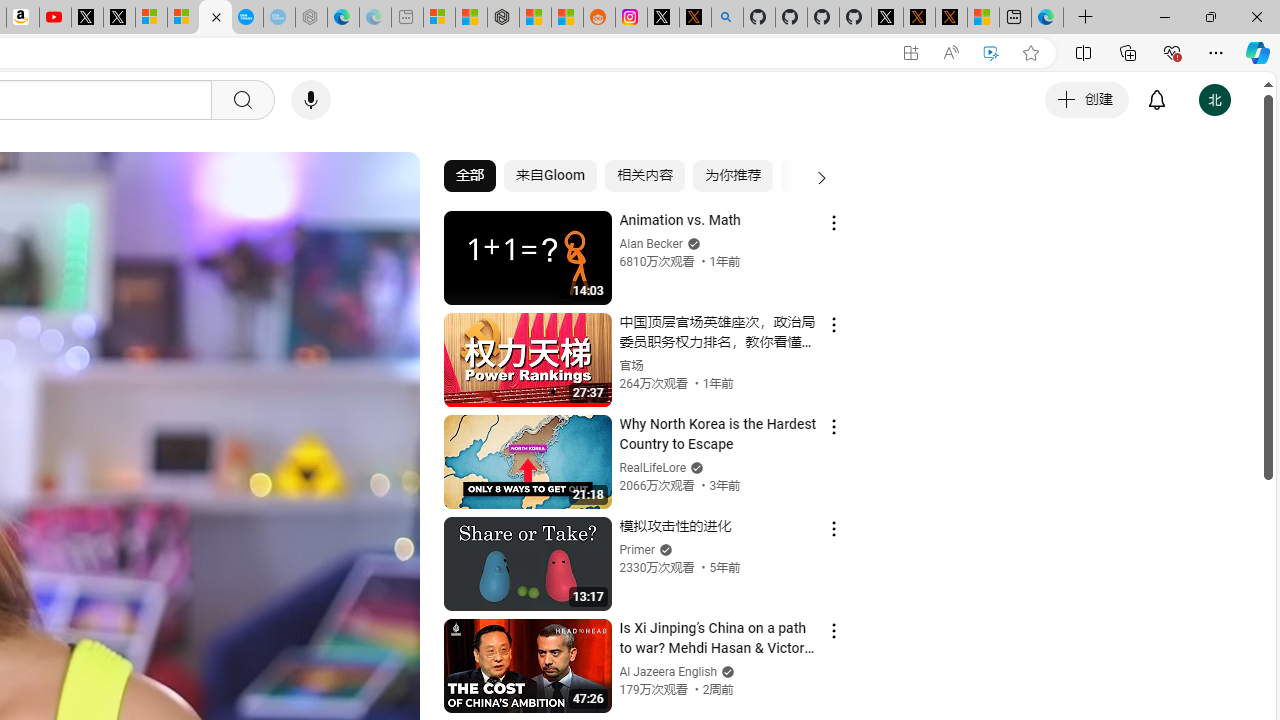  Describe the element at coordinates (1215, 51) in the screenshot. I see `'Settings and more (Alt+F)'` at that location.